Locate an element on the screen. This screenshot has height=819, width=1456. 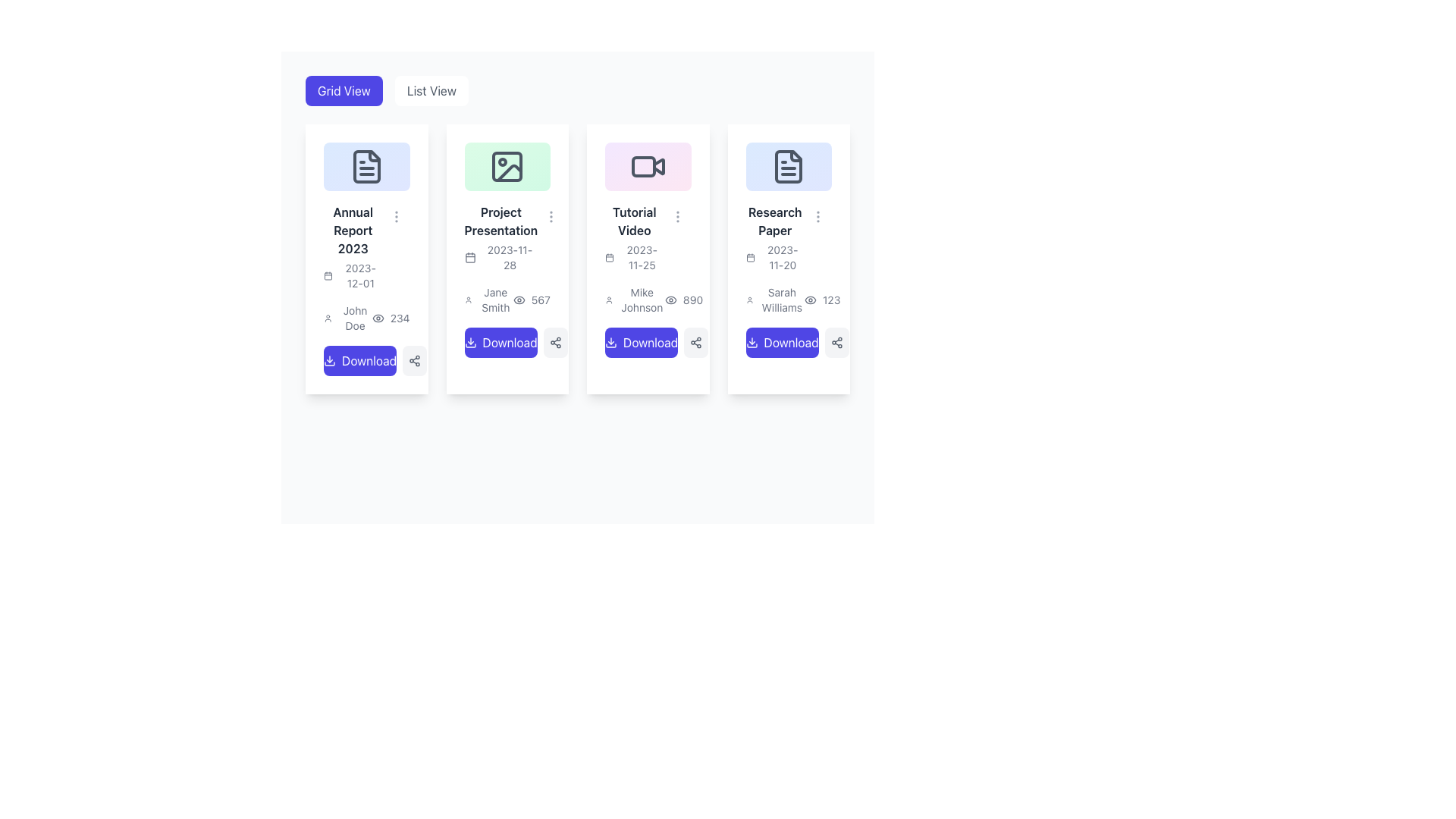
text 'Research Paper' on the informational card located in the rightmost position of the grid view, which is the fourth card in a horizontal row of similar cards is located at coordinates (775, 237).